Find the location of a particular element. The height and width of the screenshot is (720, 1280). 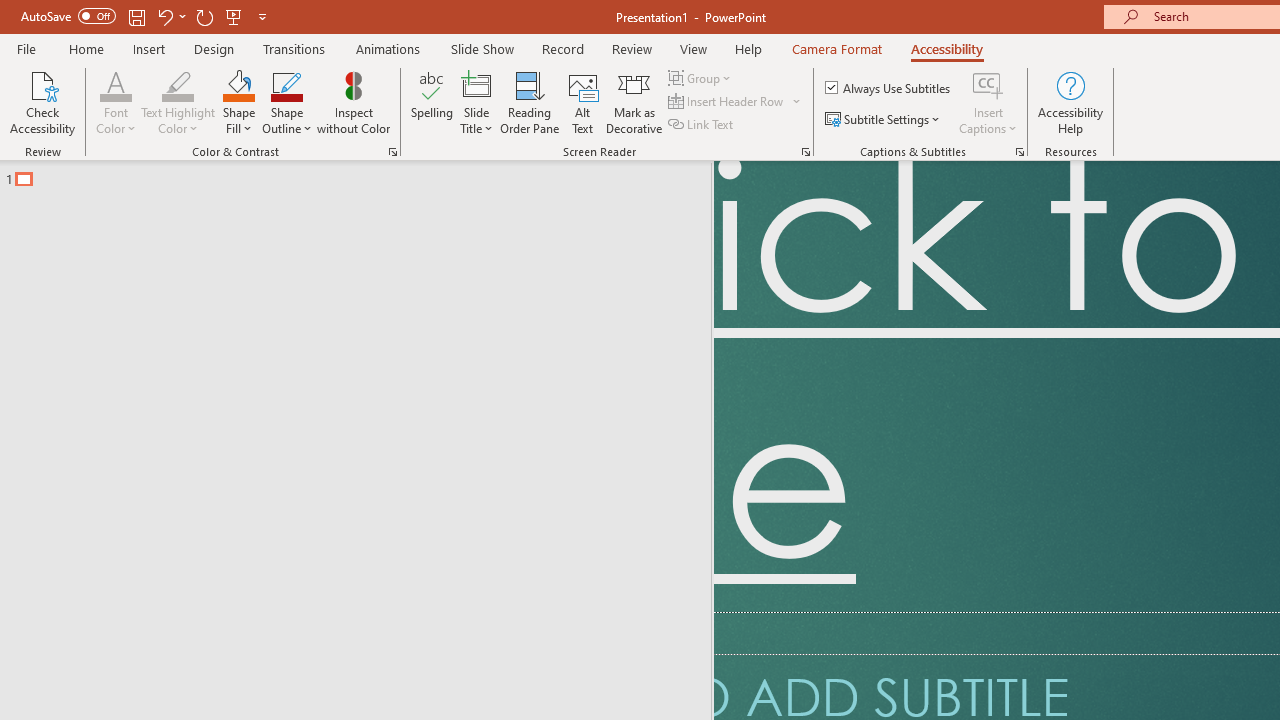

'Captions & Subtitles' is located at coordinates (1020, 150).